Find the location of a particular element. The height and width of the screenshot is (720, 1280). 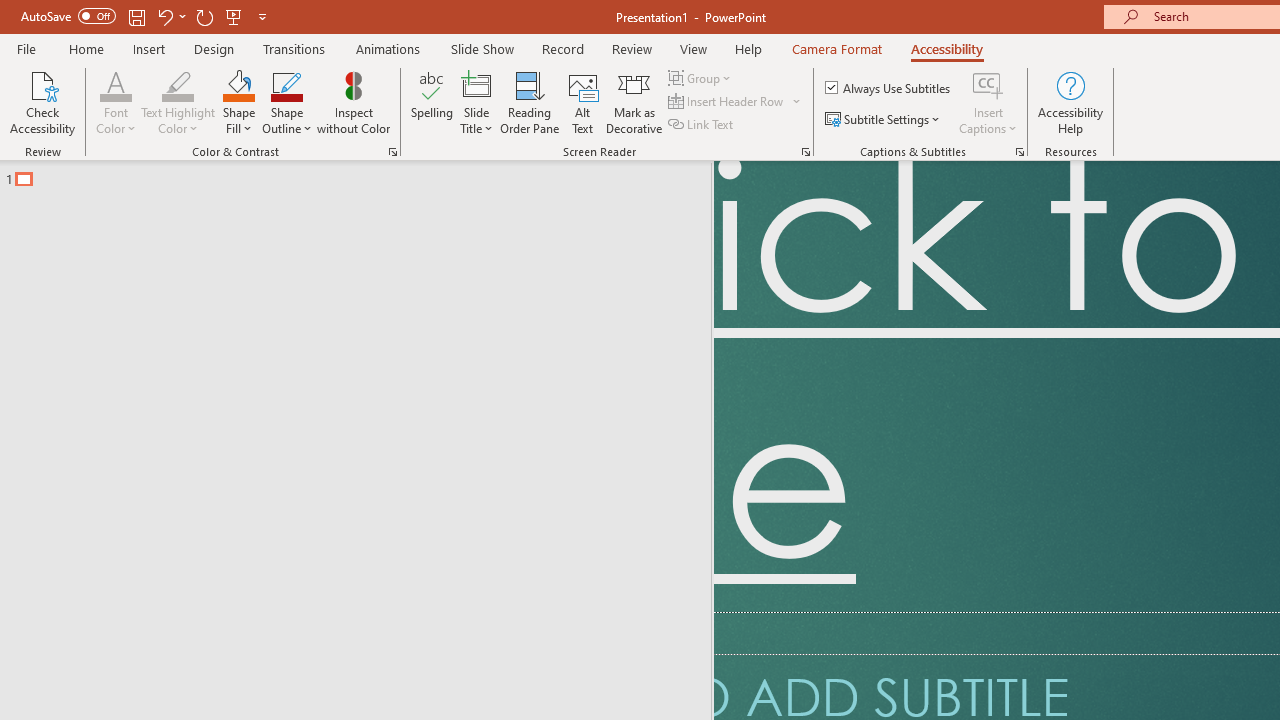

'Captions & Subtitles' is located at coordinates (1020, 150).